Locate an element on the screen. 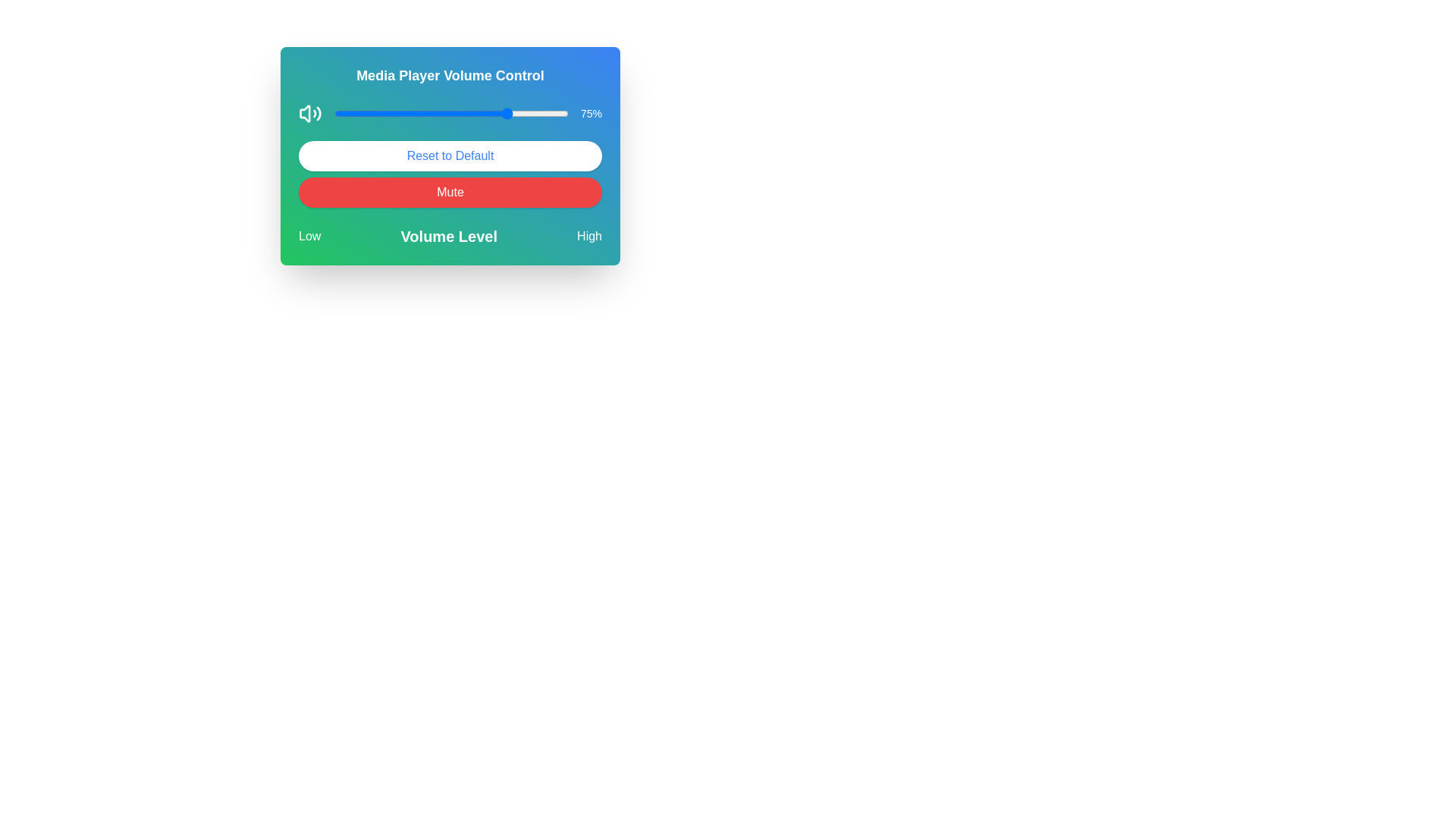 The height and width of the screenshot is (819, 1456). the text label displaying 'Low' in white color on a green background, positioned to the left of 'Volume Level' is located at coordinates (309, 237).